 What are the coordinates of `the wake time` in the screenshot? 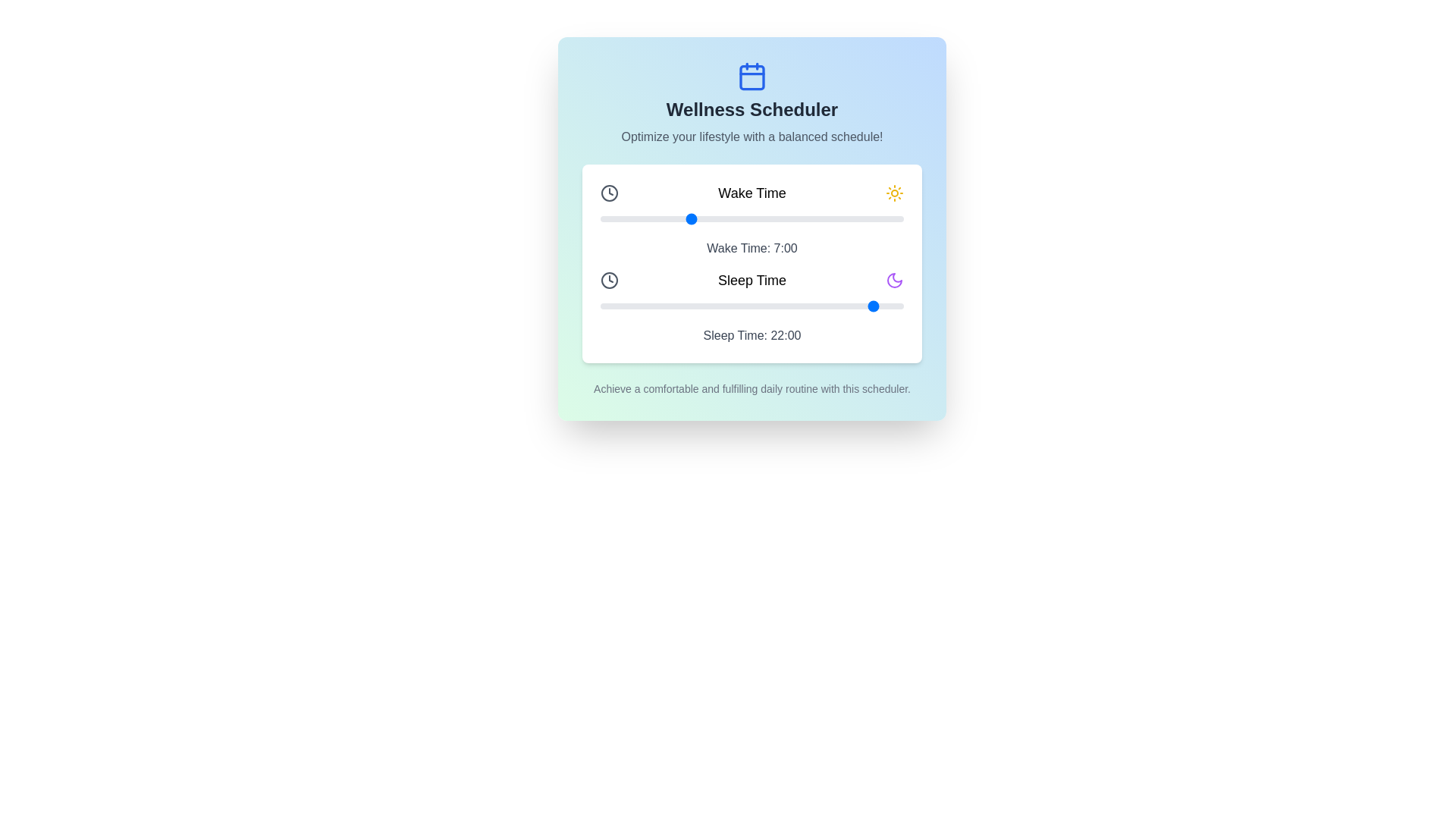 It's located at (827, 219).